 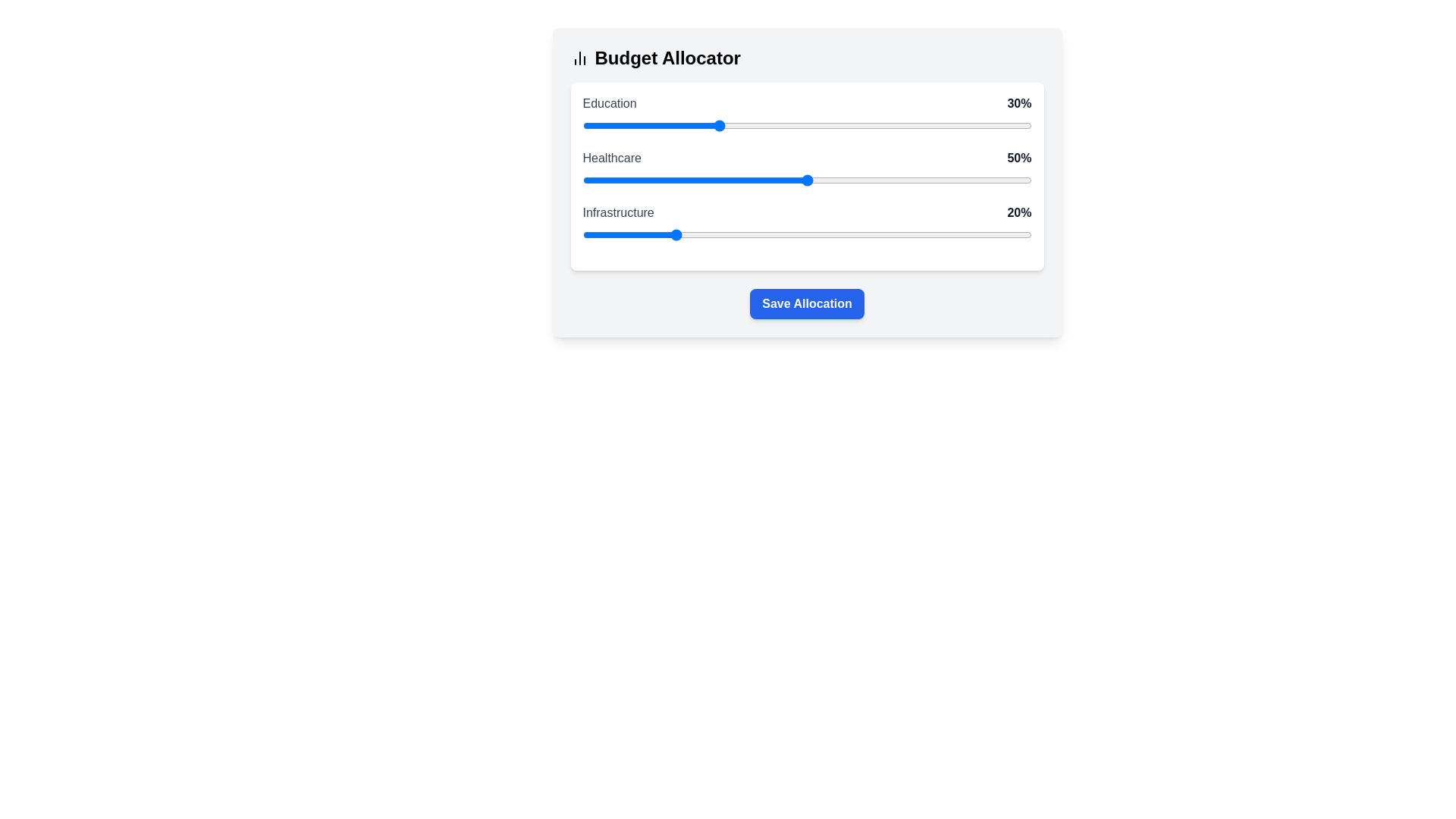 I want to click on the slider control labeled 'Education' with a blue progress bar indicating 30%, so click(x=806, y=115).